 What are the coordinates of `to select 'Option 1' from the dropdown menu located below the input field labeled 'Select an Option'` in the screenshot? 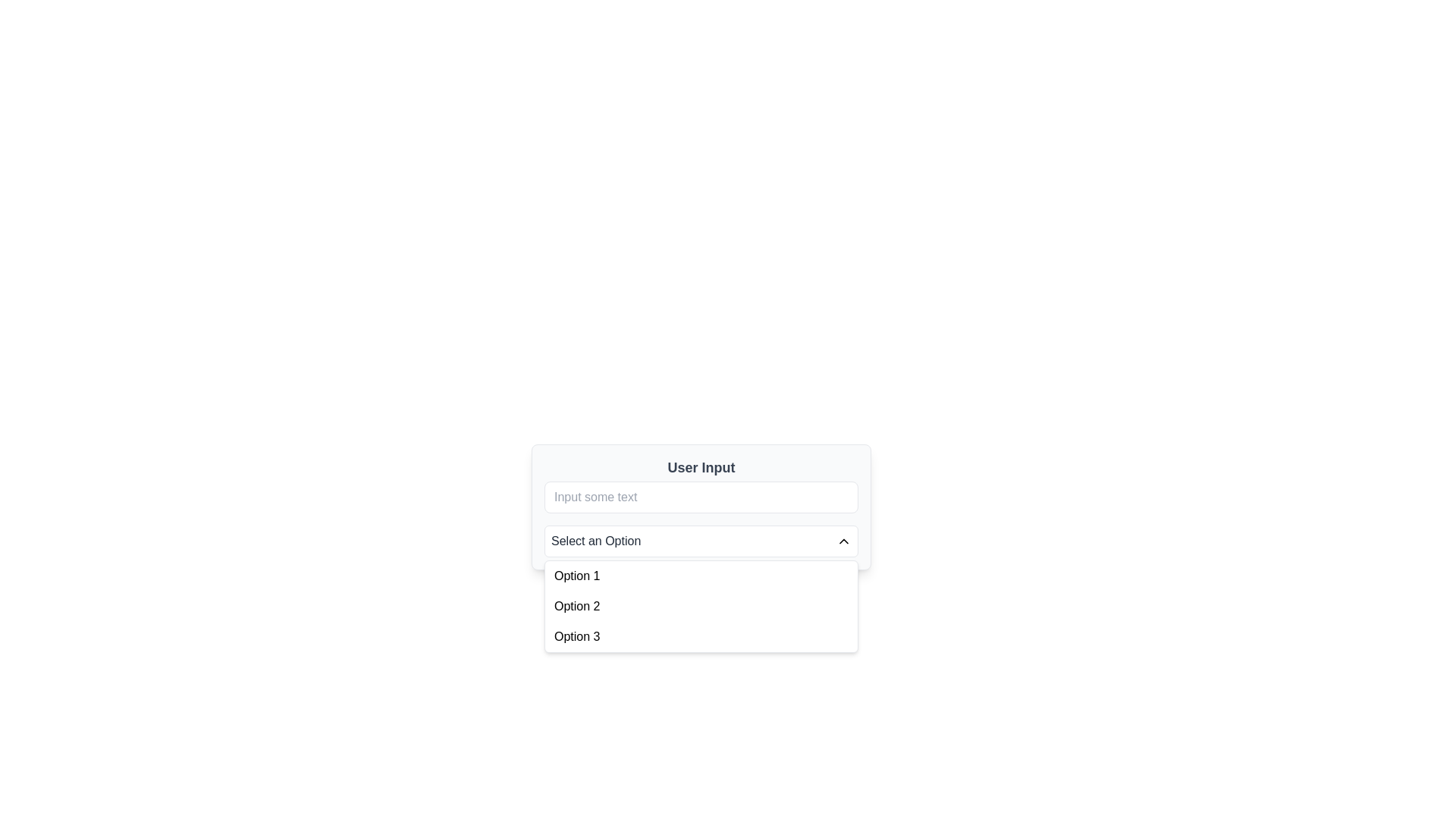 It's located at (701, 576).